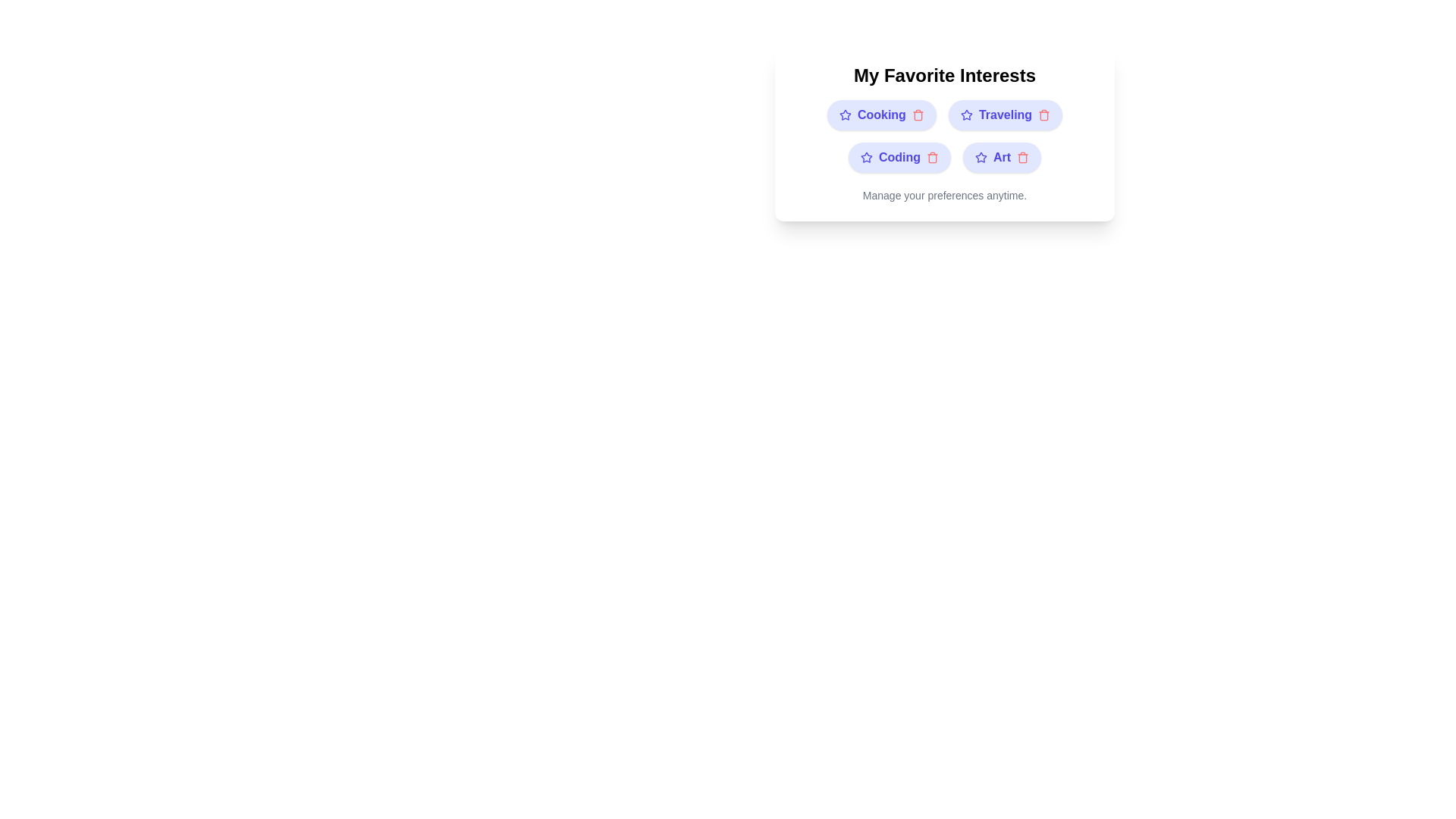 This screenshot has height=819, width=1456. What do you see at coordinates (899, 158) in the screenshot?
I see `the interest tag Coding to observe the hover effect` at bounding box center [899, 158].